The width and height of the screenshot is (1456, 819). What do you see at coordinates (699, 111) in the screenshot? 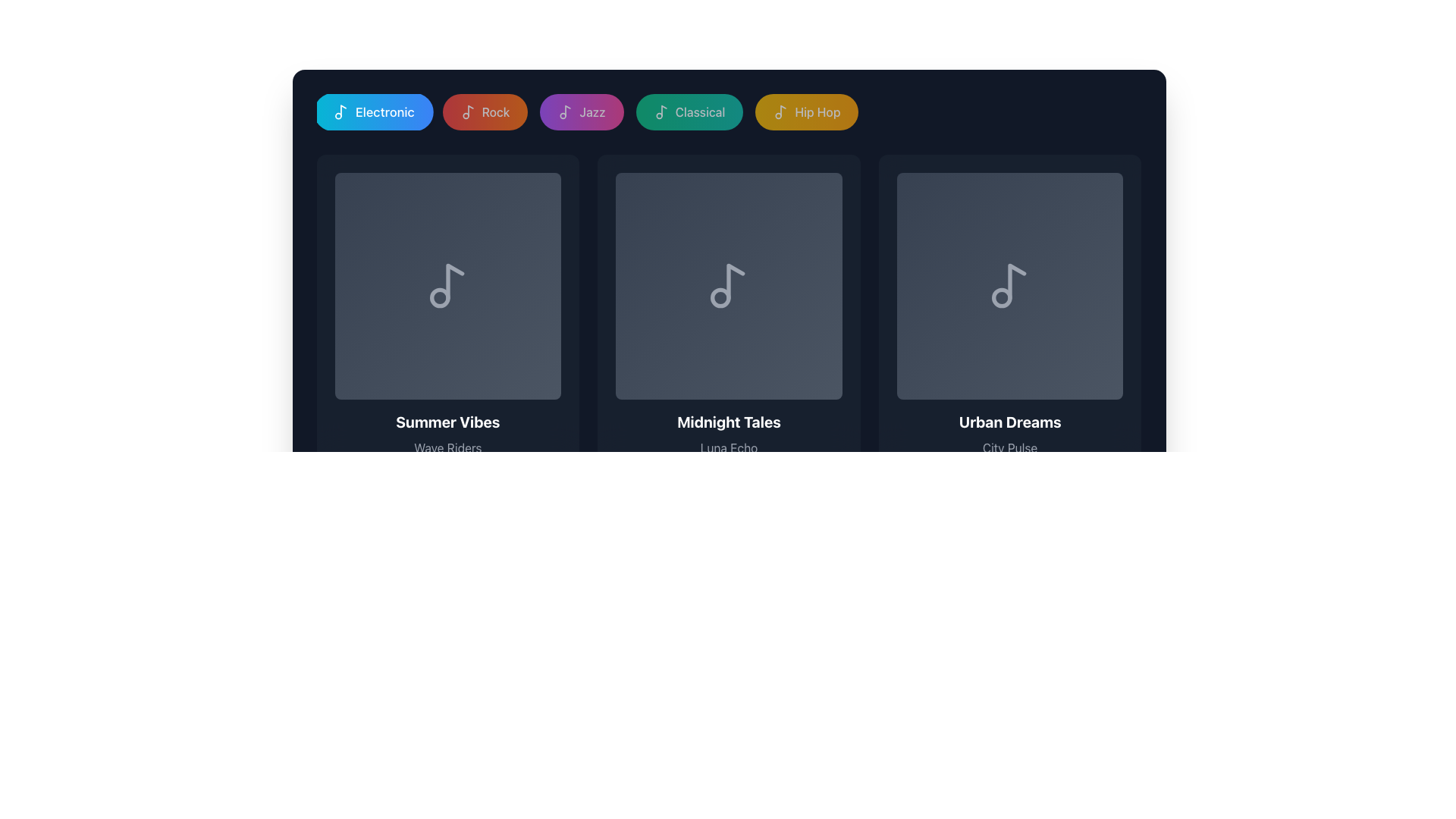
I see `the text label displaying 'Classical' in bold white font, which is the fourth item in the genre menu buttons` at bounding box center [699, 111].